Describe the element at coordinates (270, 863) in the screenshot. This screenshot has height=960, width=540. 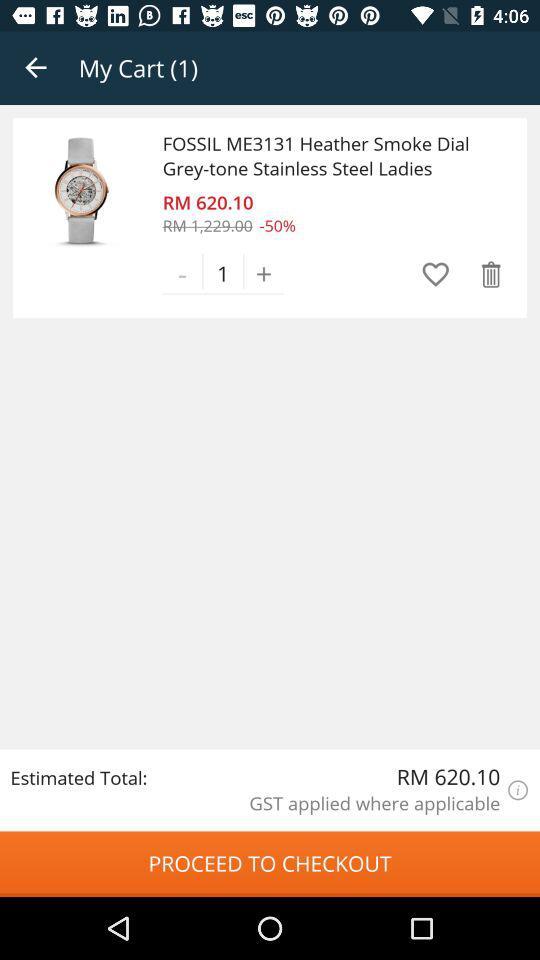
I see `icon below gst applied where item` at that location.